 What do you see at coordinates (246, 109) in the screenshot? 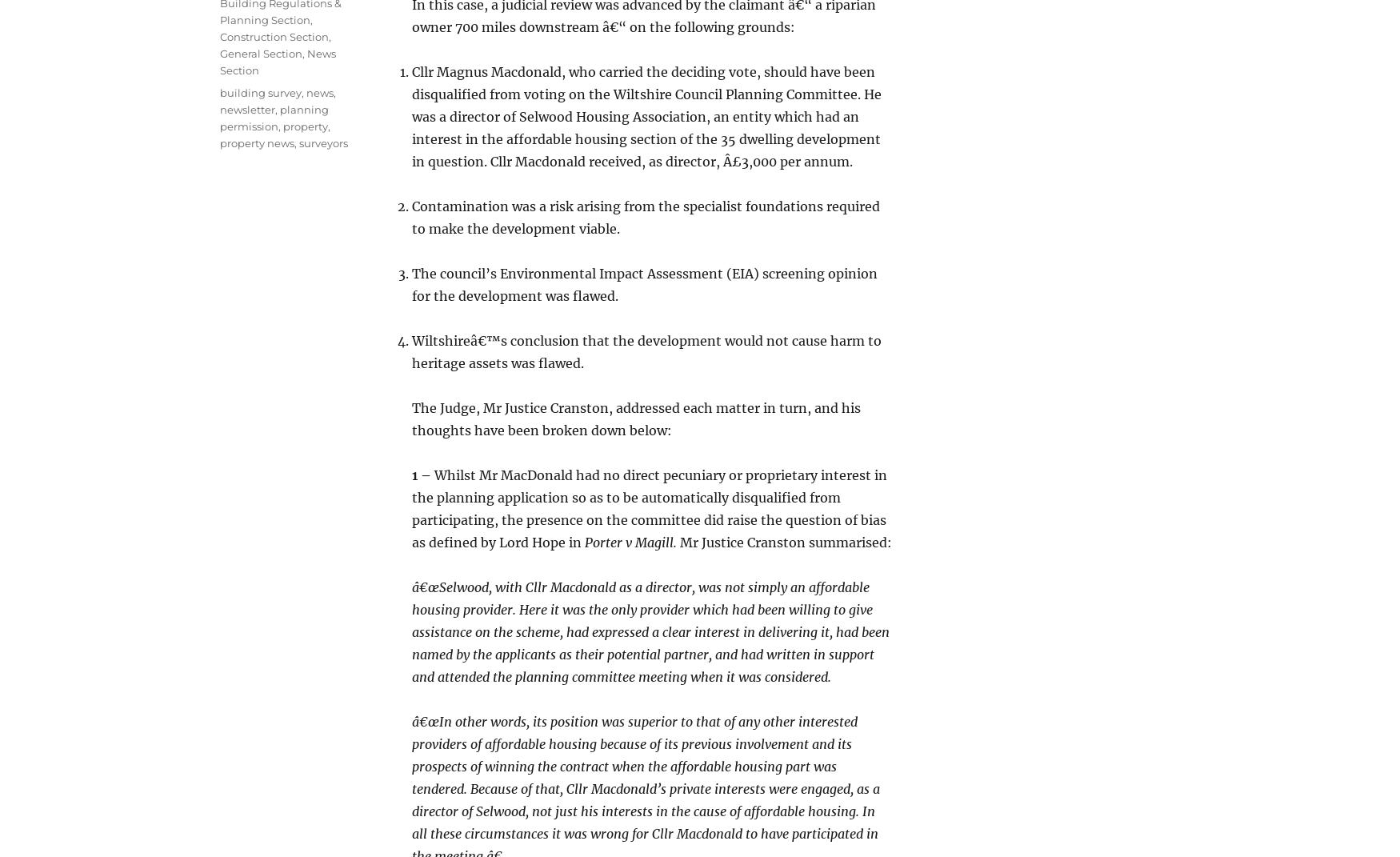
I see `'newsletter'` at bounding box center [246, 109].